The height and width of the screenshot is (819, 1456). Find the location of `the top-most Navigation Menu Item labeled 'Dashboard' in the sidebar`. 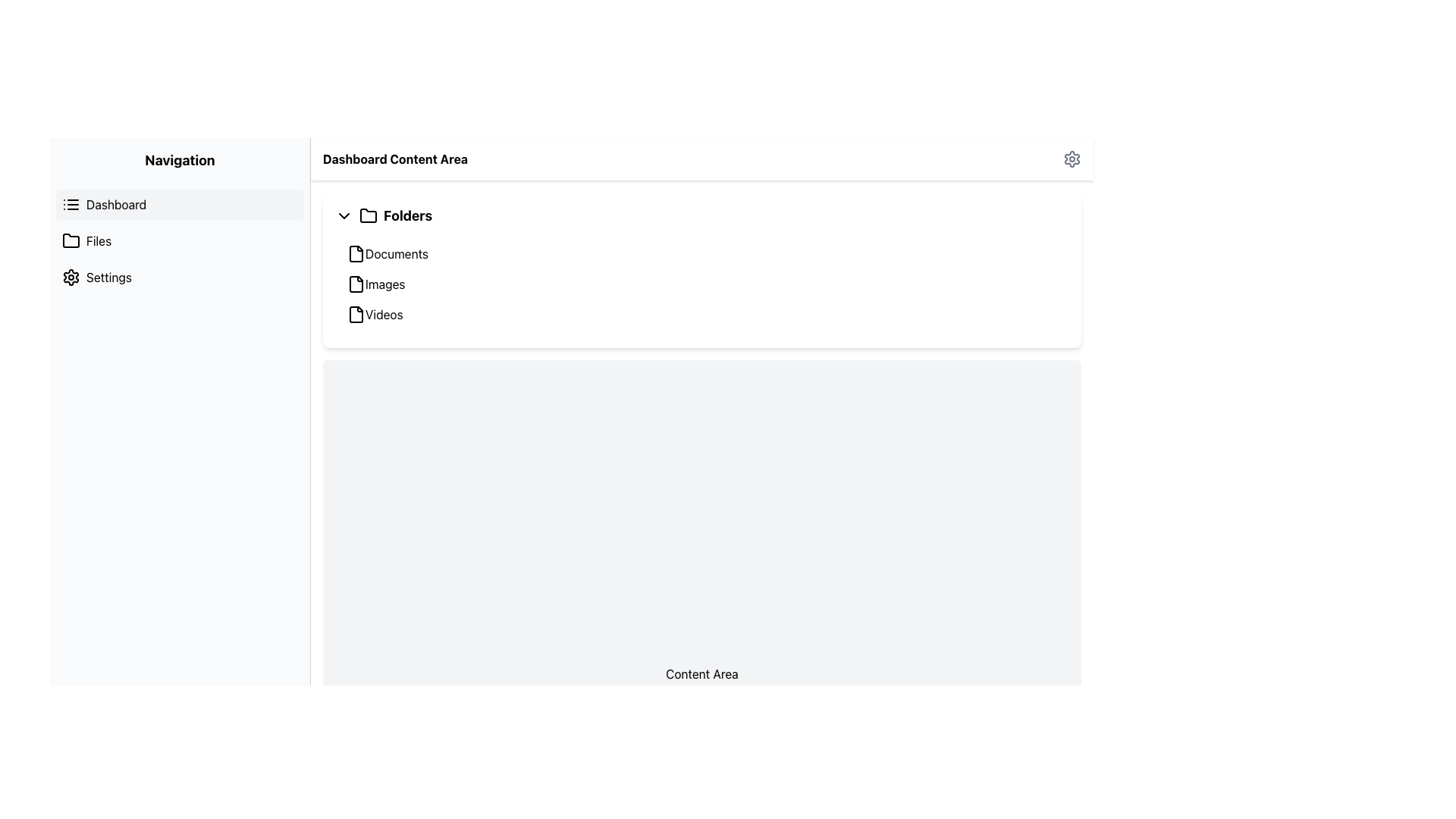

the top-most Navigation Menu Item labeled 'Dashboard' in the sidebar is located at coordinates (180, 205).